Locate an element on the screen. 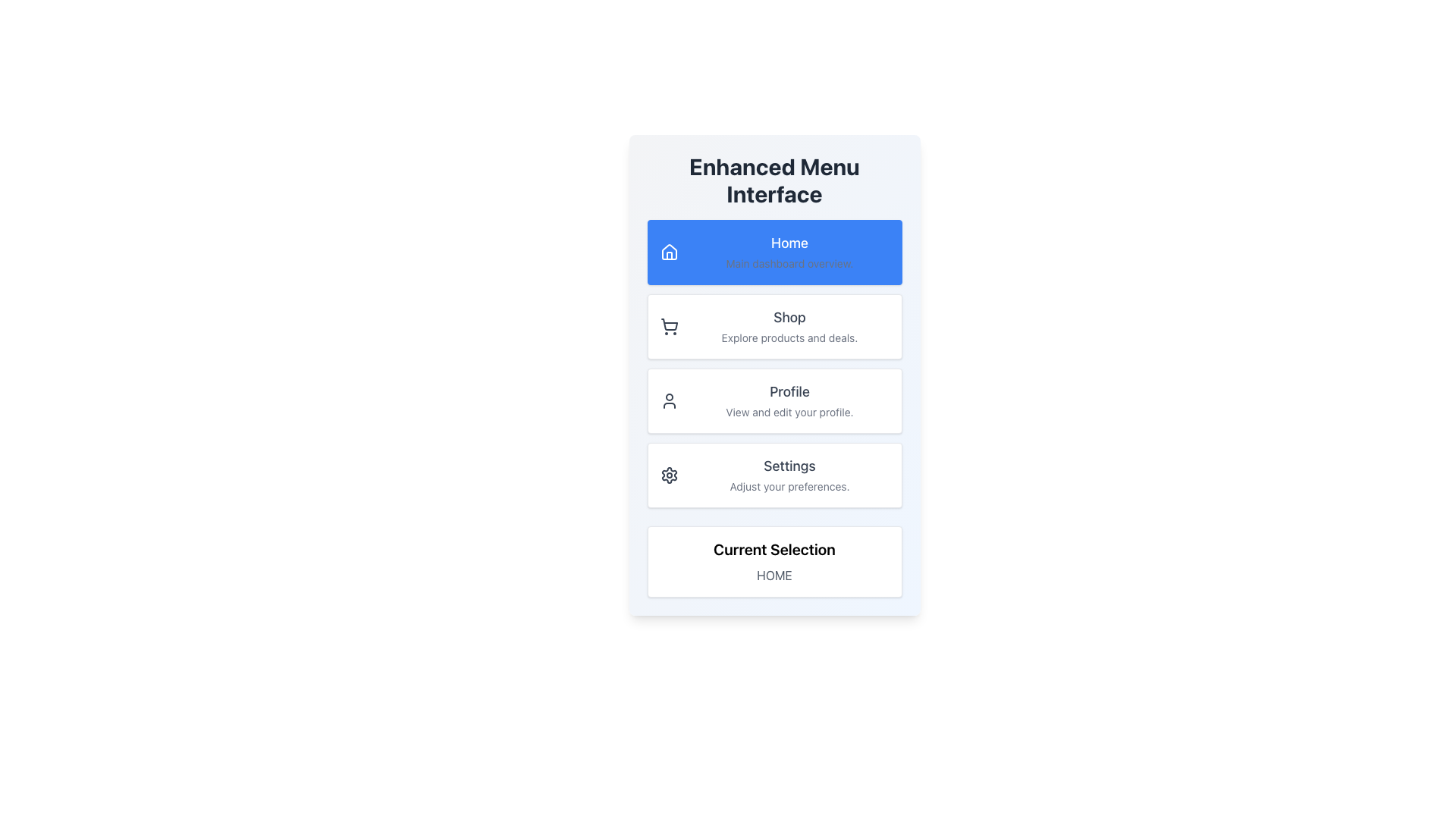 Image resolution: width=1456 pixels, height=819 pixels. the descriptive text element that provides context for the 'Home' section of the navigation menu, which is positioned below the 'Home' text in a blue background section is located at coordinates (789, 262).